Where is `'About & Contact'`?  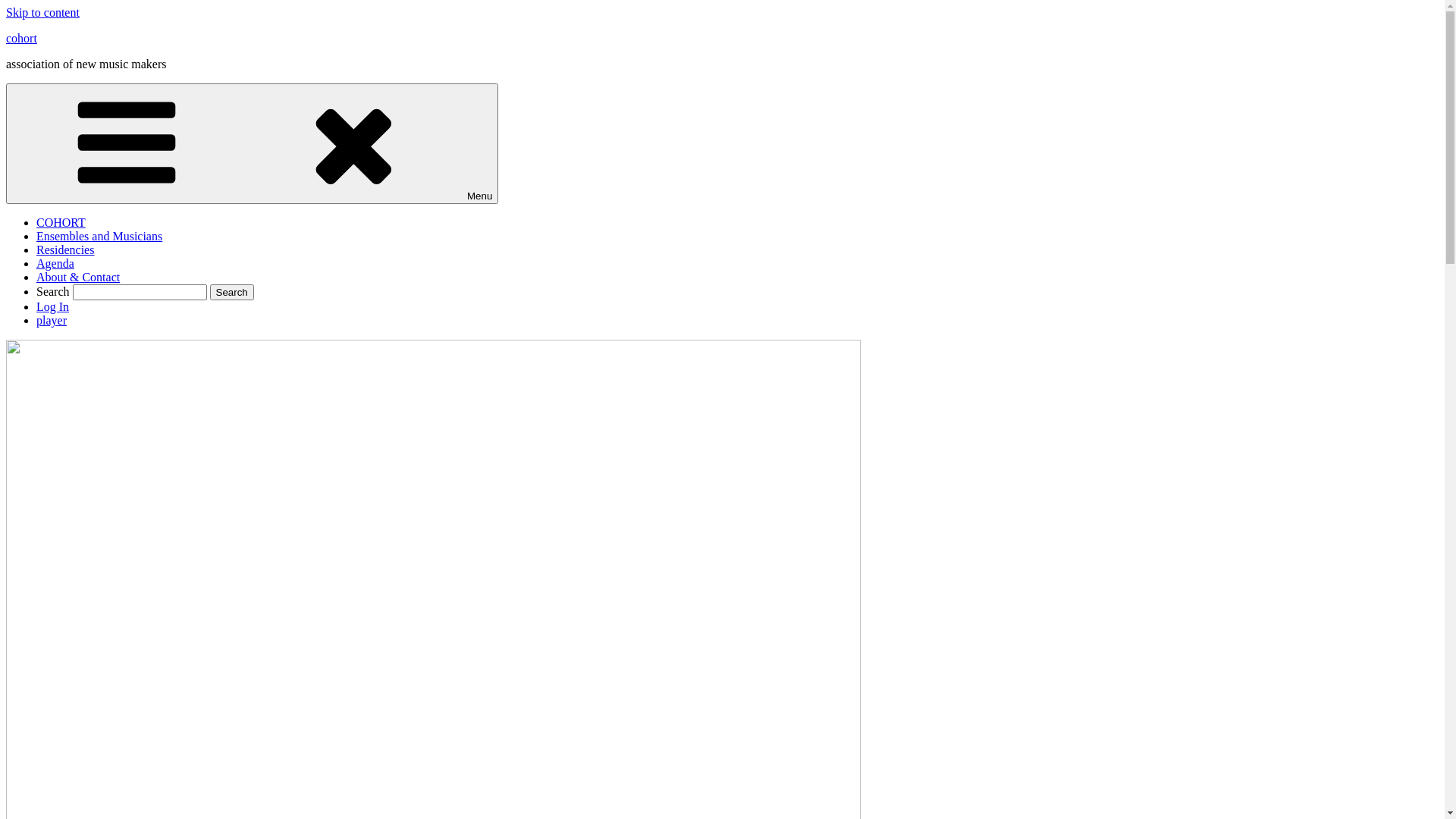
'About & Contact' is located at coordinates (77, 277).